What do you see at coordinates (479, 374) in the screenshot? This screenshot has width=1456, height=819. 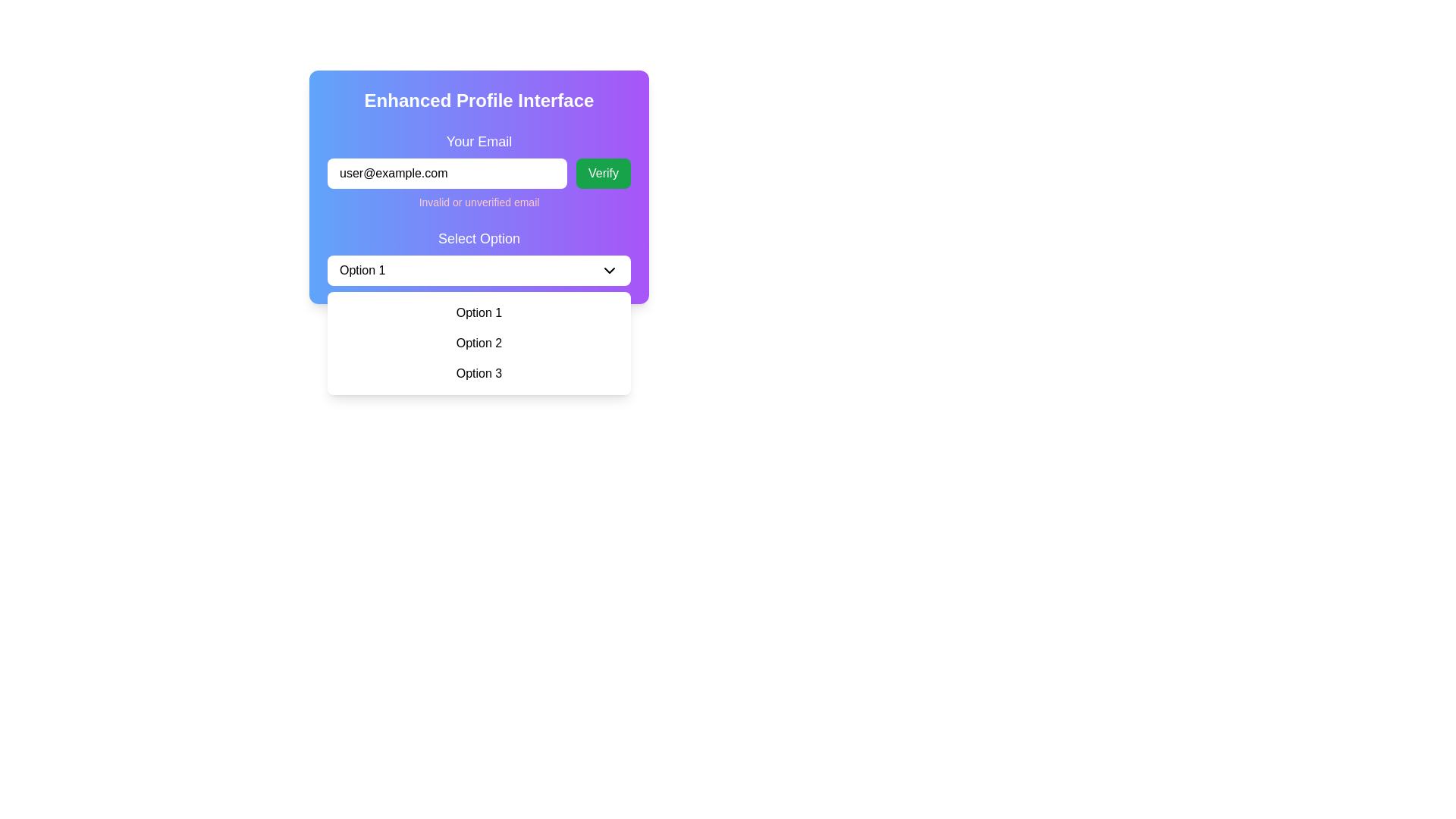 I see `the third option in the dropdown menu` at bounding box center [479, 374].